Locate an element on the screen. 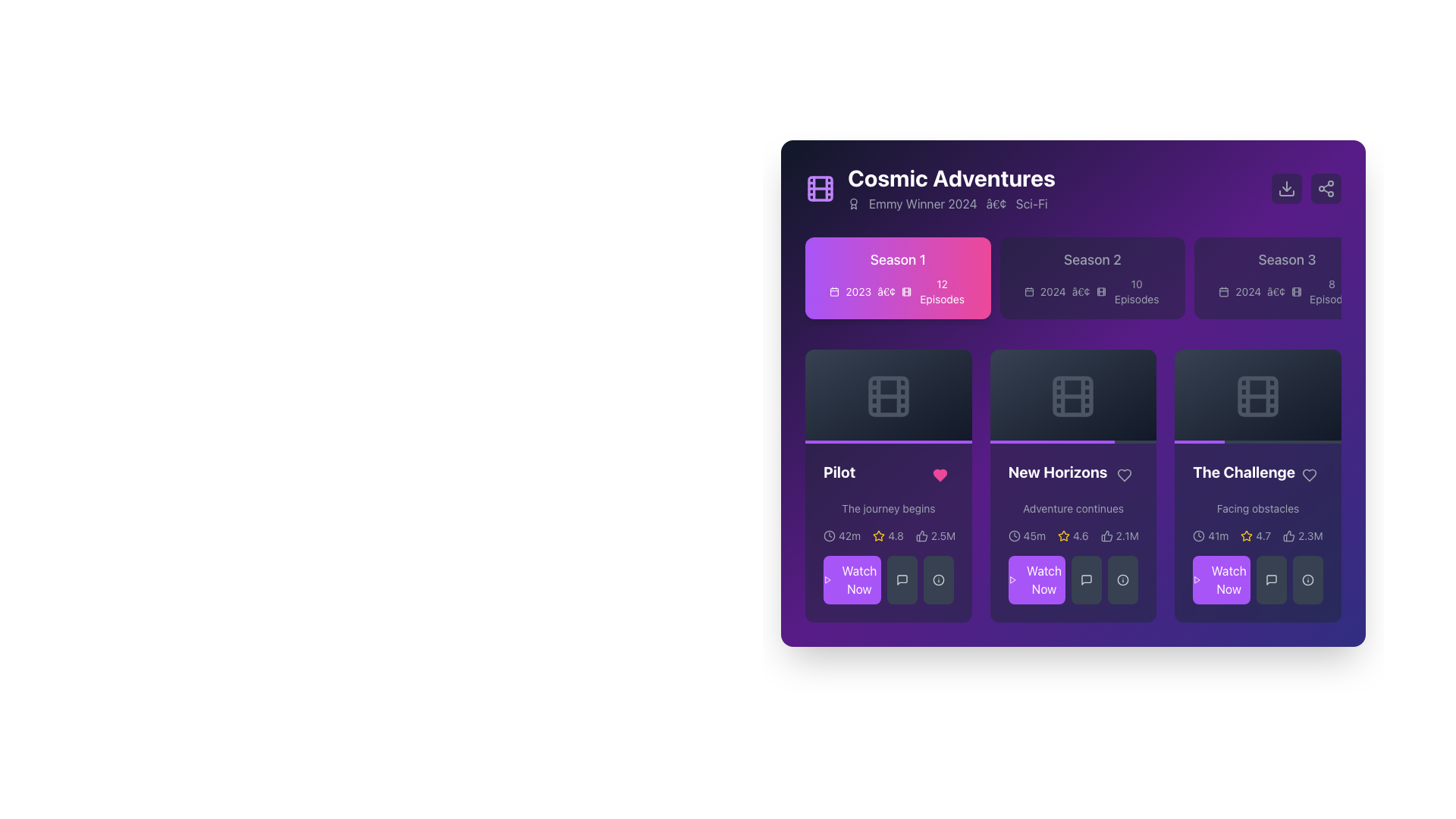 Image resolution: width=1456 pixels, height=819 pixels. the timestamp text label located in the 'Season 2' section, to the left of the bullet point and beneath the calendar icon is located at coordinates (1052, 292).